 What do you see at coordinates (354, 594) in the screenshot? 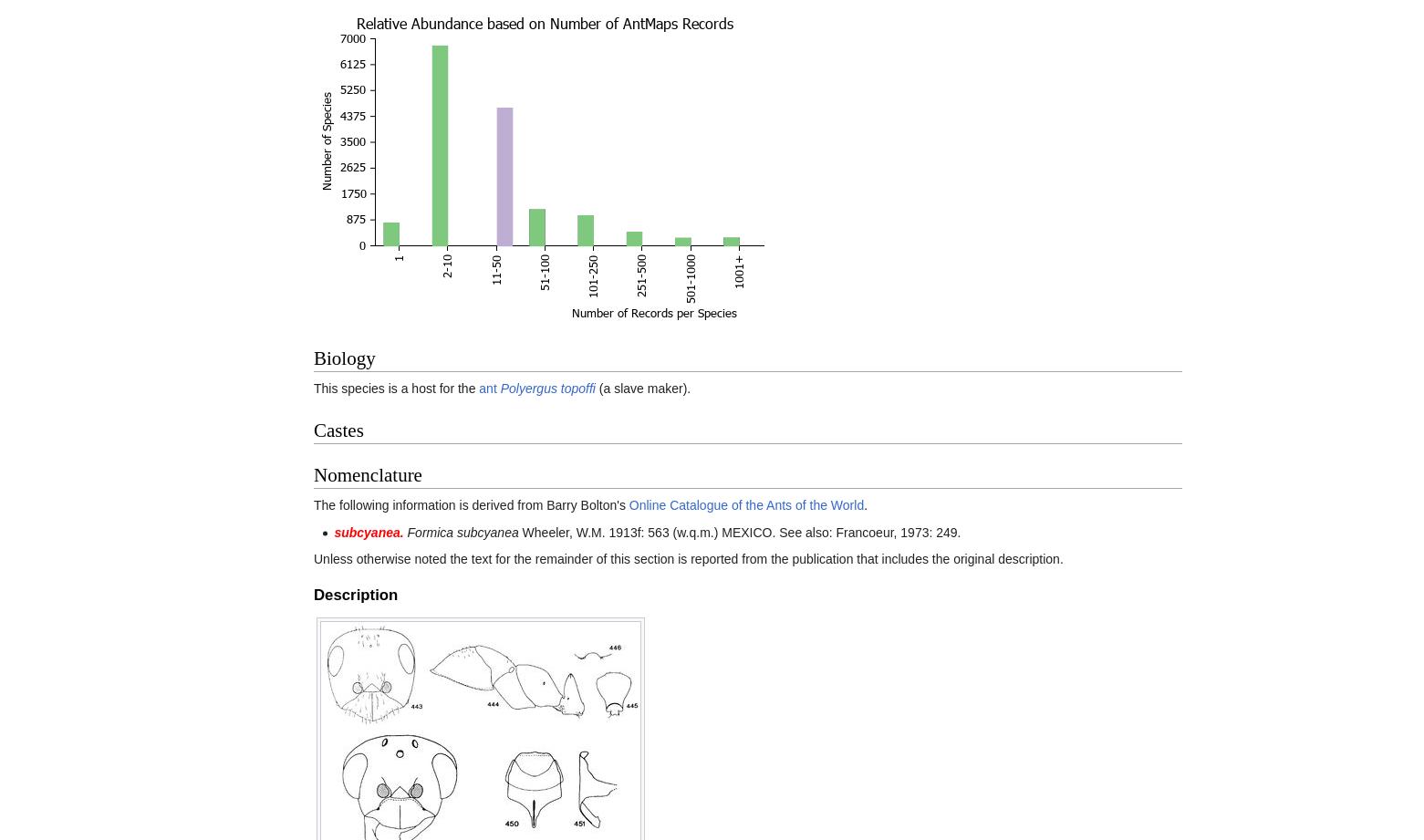
I see `'Description'` at bounding box center [354, 594].